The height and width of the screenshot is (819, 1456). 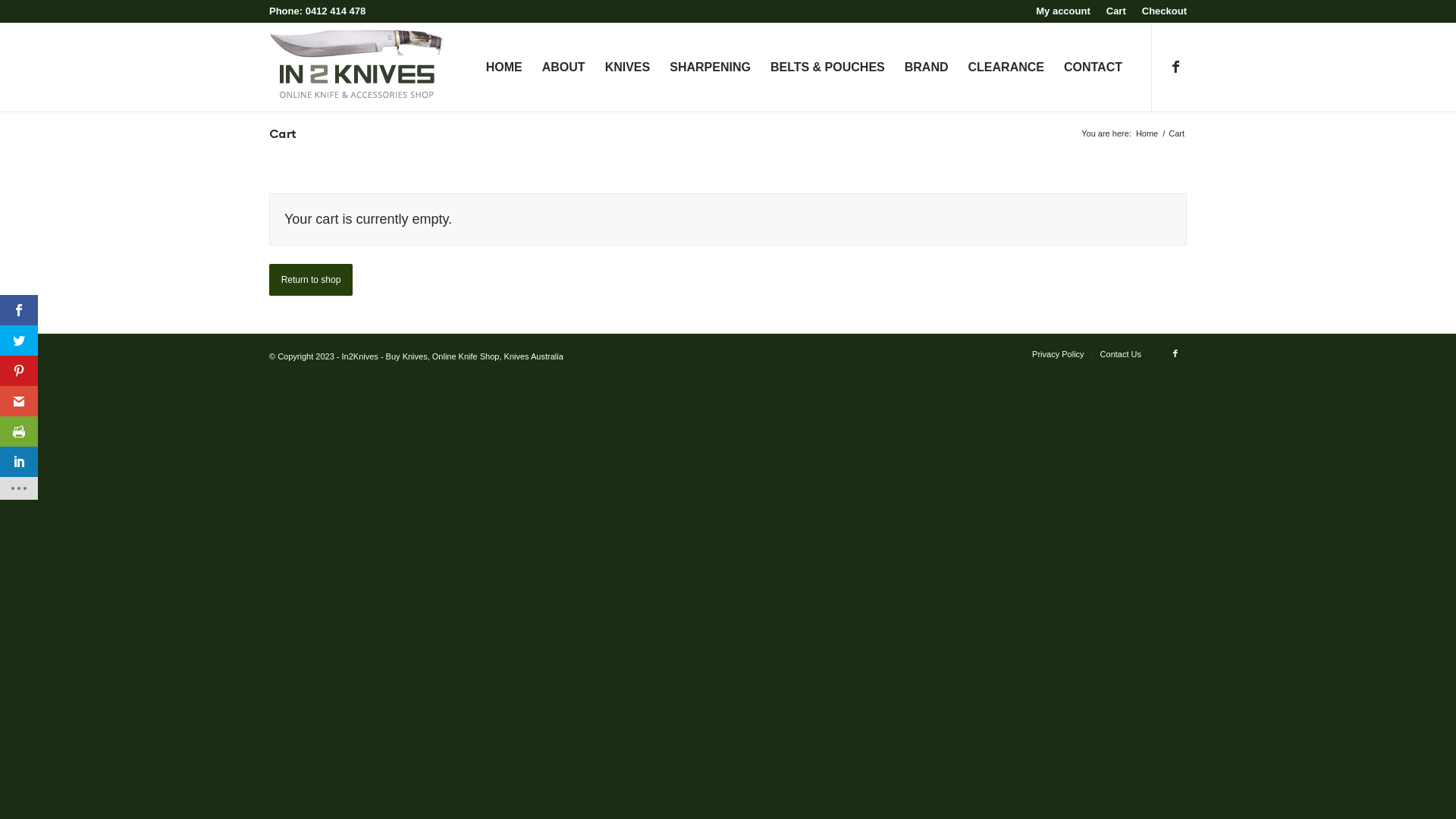 I want to click on 'Privacy Policy', so click(x=1031, y=353).